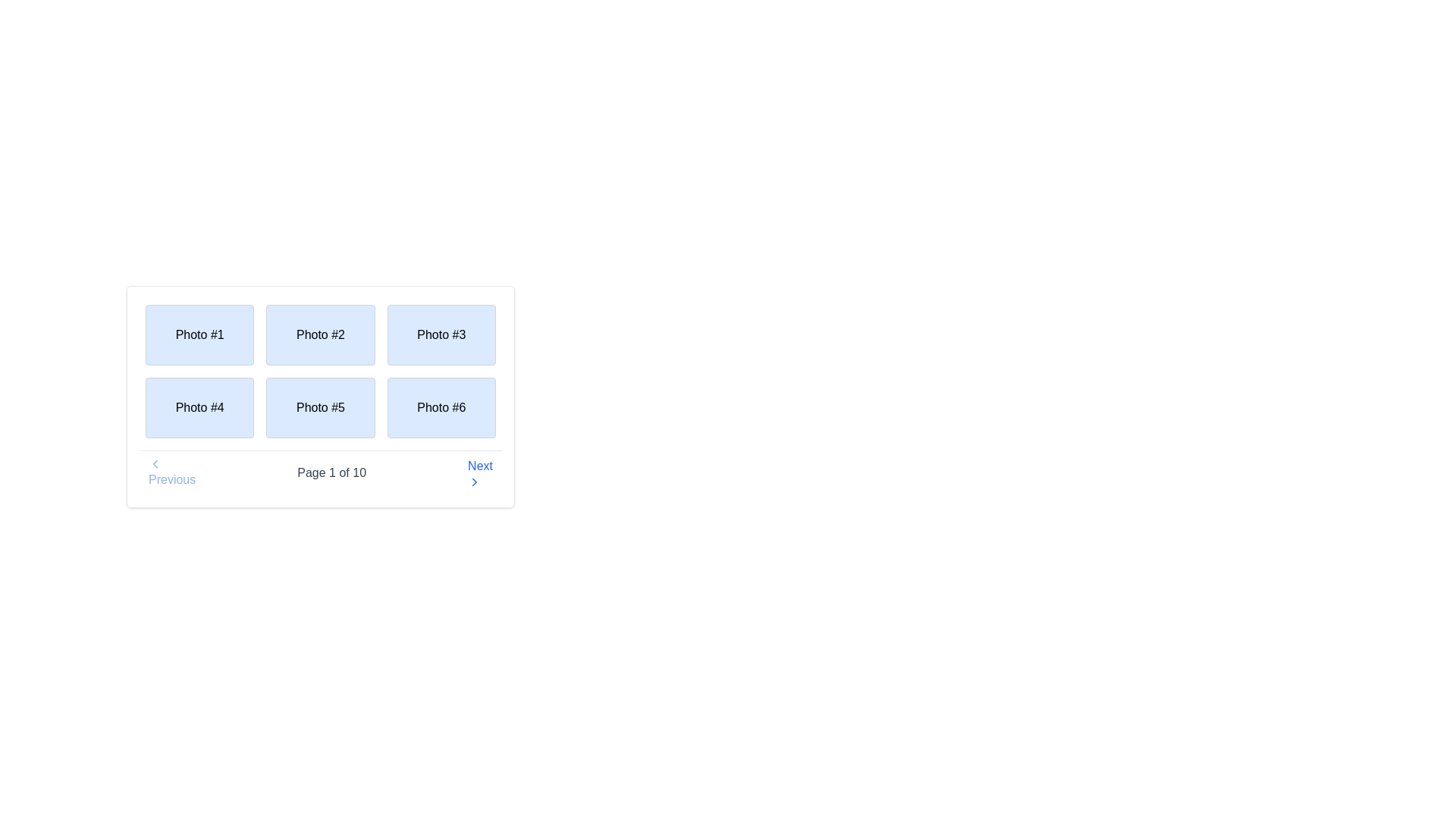  Describe the element at coordinates (474, 482) in the screenshot. I see `the chevron icon located within the 'Next' button at the bottom-right corner of the interface, which visually indicates forward navigation` at that location.